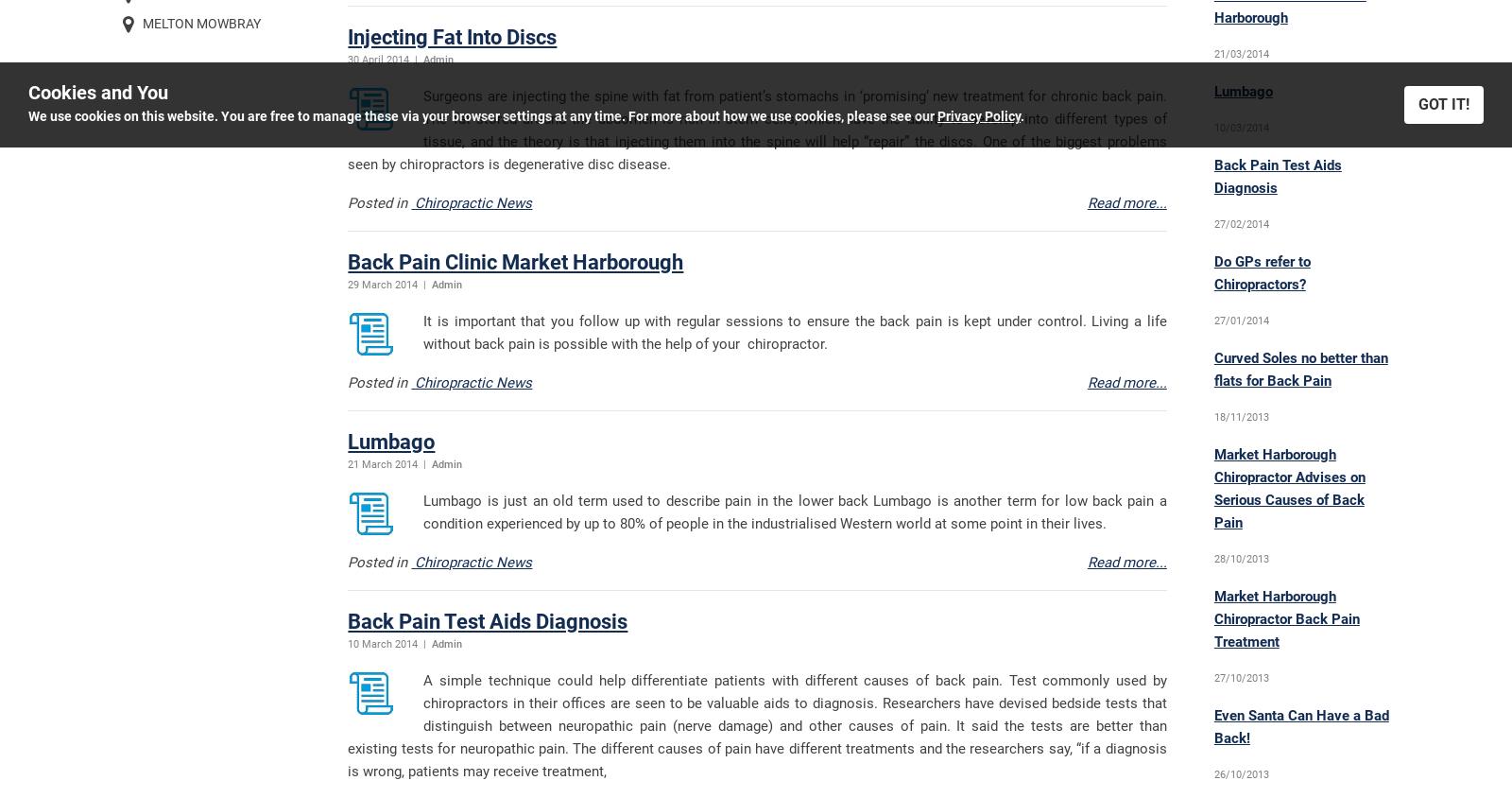  What do you see at coordinates (1239, 53) in the screenshot?
I see `'21/03/2014'` at bounding box center [1239, 53].